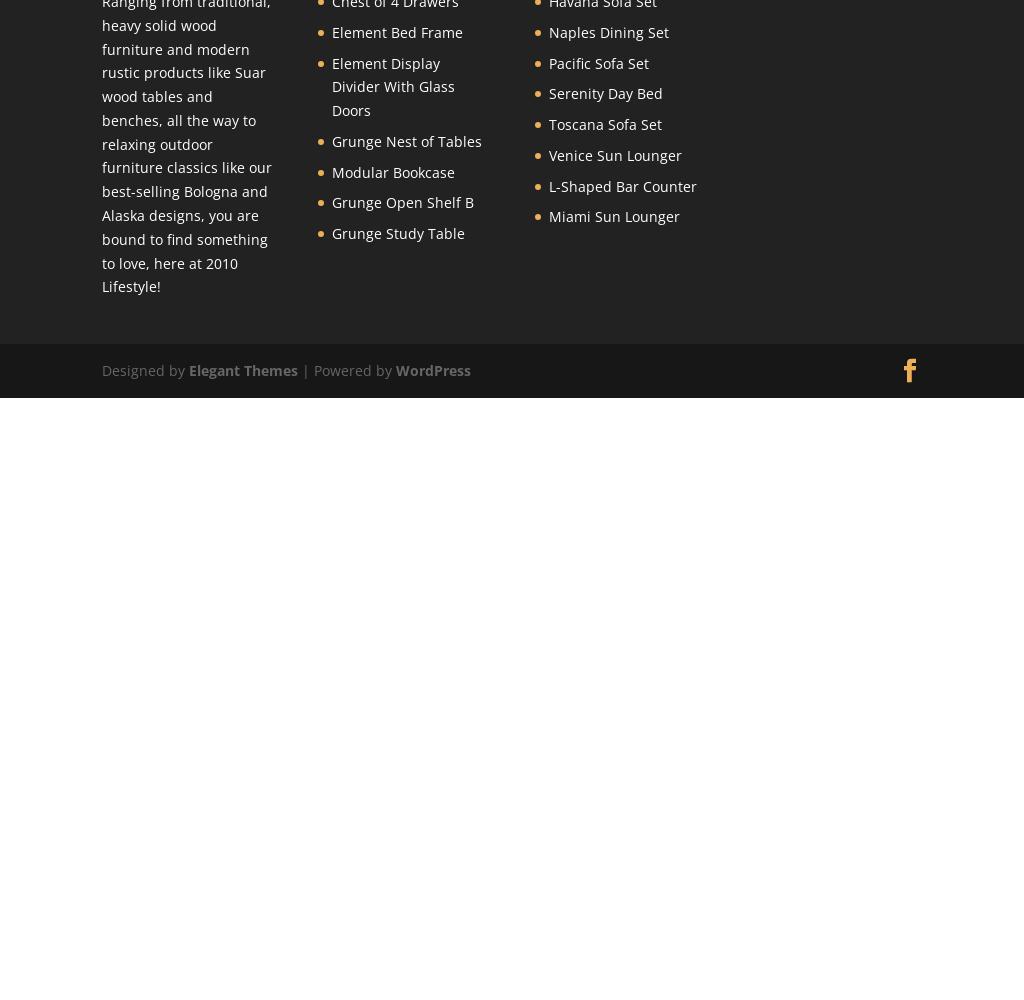 The width and height of the screenshot is (1024, 1000). I want to click on 'Serenity Day Bed', so click(604, 92).